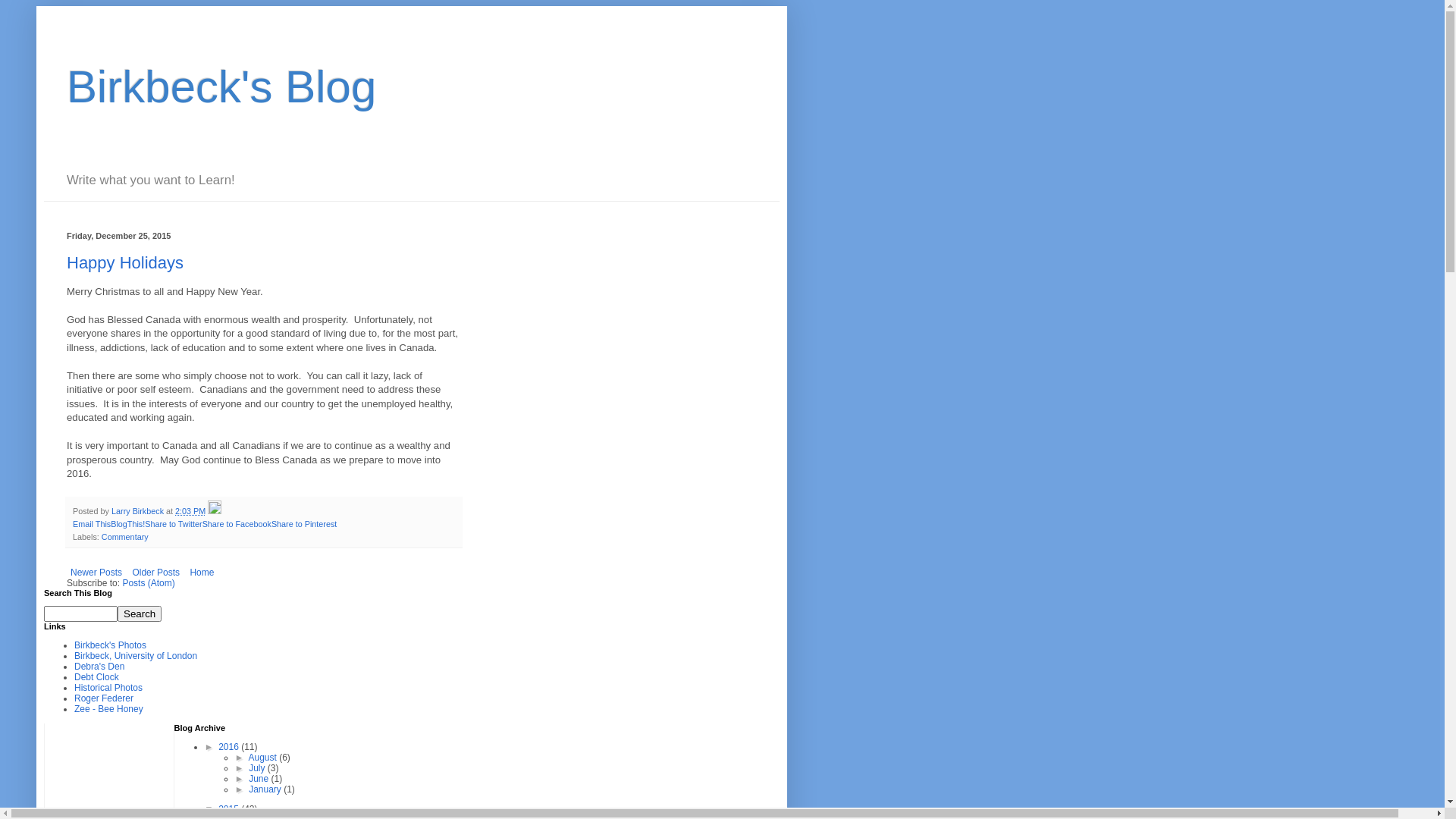 The image size is (1456, 819). Describe the element at coordinates (108, 687) in the screenshot. I see `'Historical Photos'` at that location.